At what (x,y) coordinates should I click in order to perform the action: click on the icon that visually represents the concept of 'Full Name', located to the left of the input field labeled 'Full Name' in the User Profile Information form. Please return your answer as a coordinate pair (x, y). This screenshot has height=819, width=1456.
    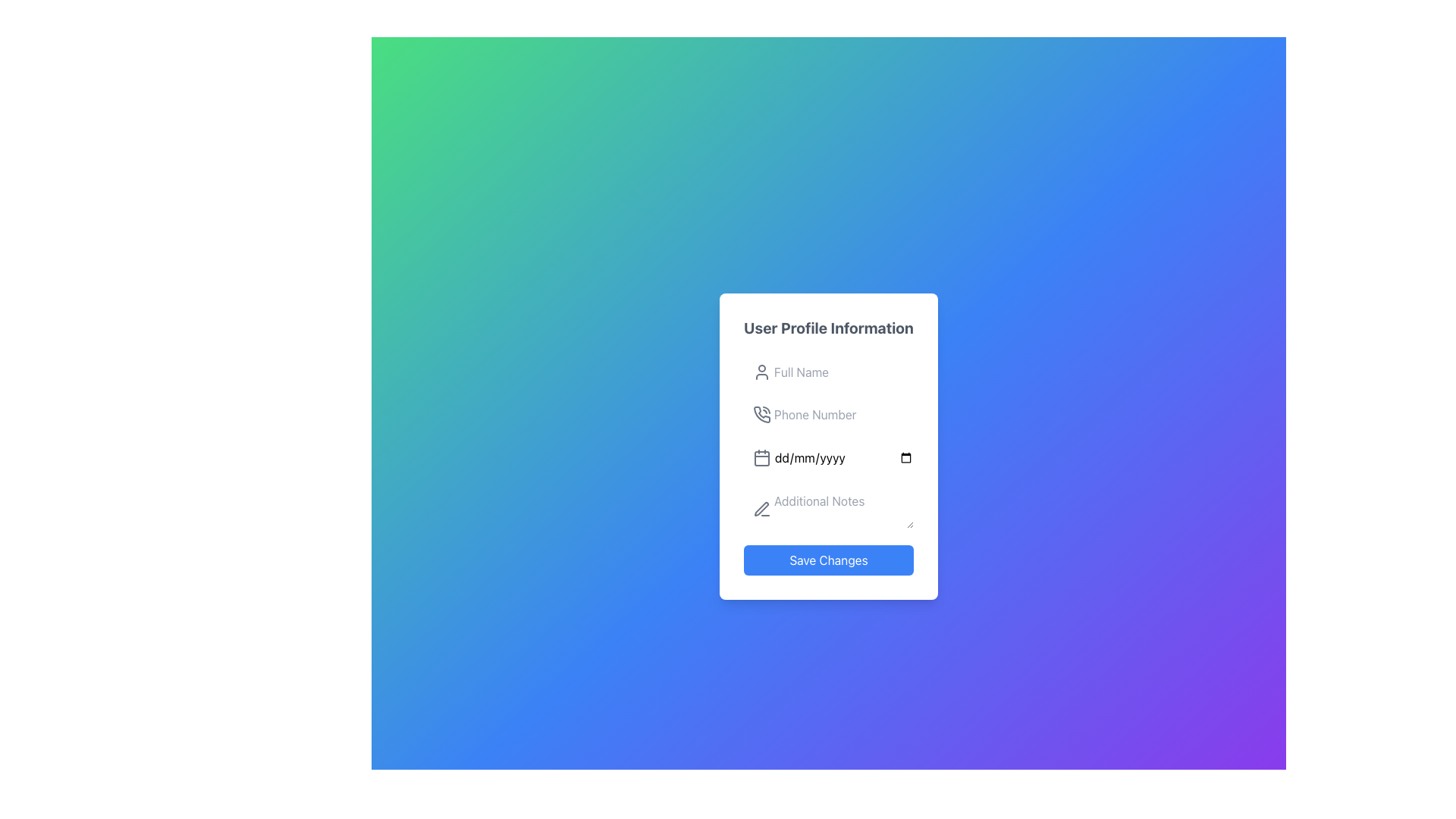
    Looking at the image, I should click on (761, 372).